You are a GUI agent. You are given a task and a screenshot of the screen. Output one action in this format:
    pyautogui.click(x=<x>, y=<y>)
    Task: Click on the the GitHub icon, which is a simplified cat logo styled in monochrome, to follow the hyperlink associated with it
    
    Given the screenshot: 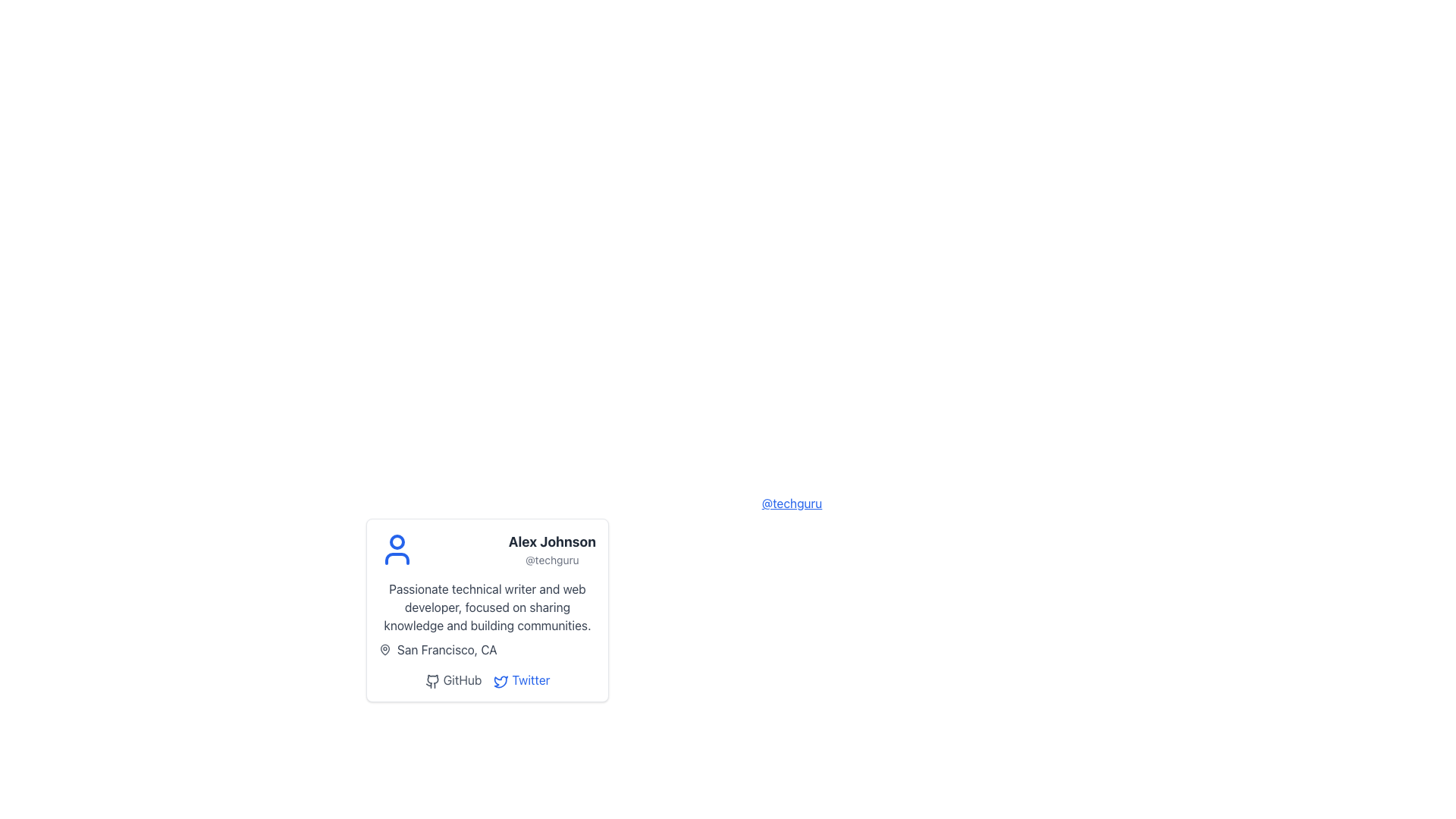 What is the action you would take?
    pyautogui.click(x=431, y=680)
    